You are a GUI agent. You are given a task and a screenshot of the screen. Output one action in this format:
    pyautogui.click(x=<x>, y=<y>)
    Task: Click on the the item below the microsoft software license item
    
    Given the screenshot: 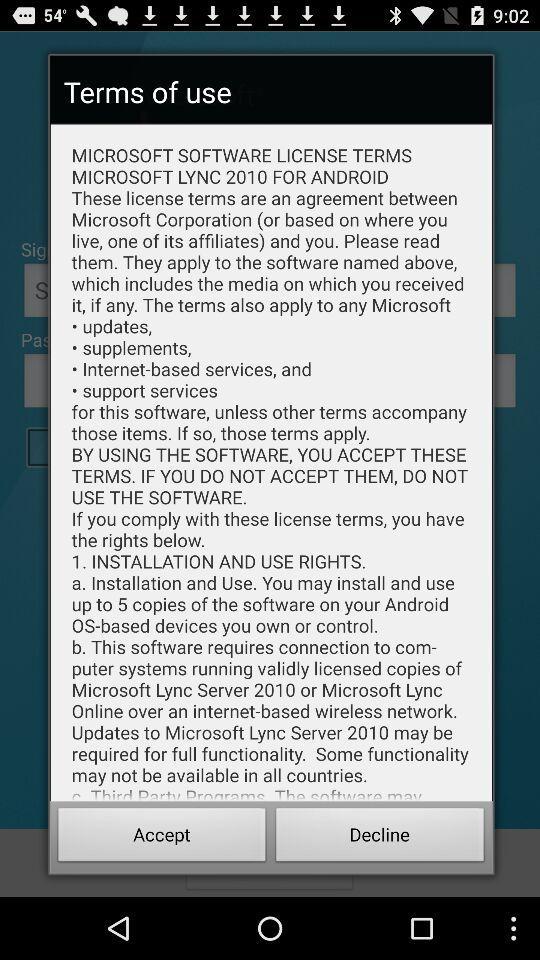 What is the action you would take?
    pyautogui.click(x=161, y=837)
    